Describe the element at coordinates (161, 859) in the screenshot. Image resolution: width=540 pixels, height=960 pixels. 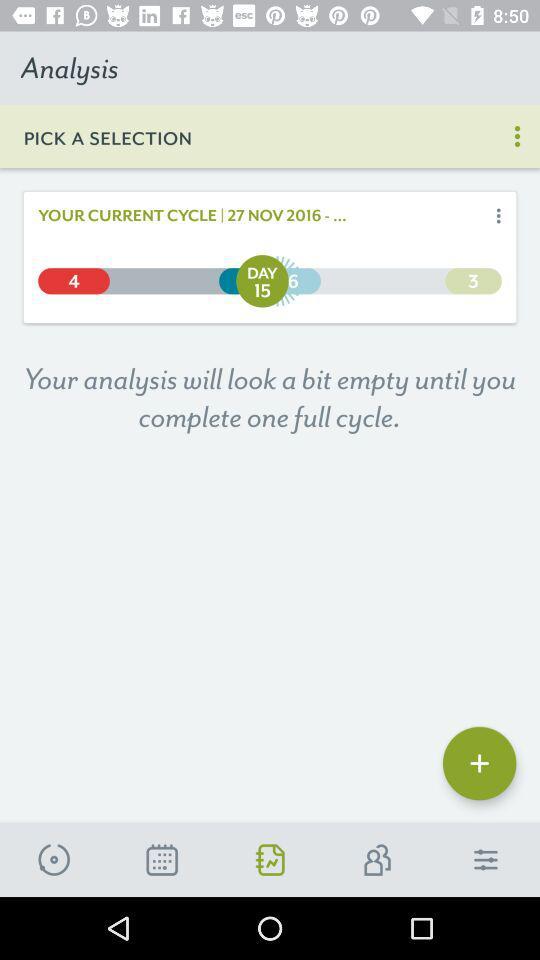
I see `the description icon` at that location.